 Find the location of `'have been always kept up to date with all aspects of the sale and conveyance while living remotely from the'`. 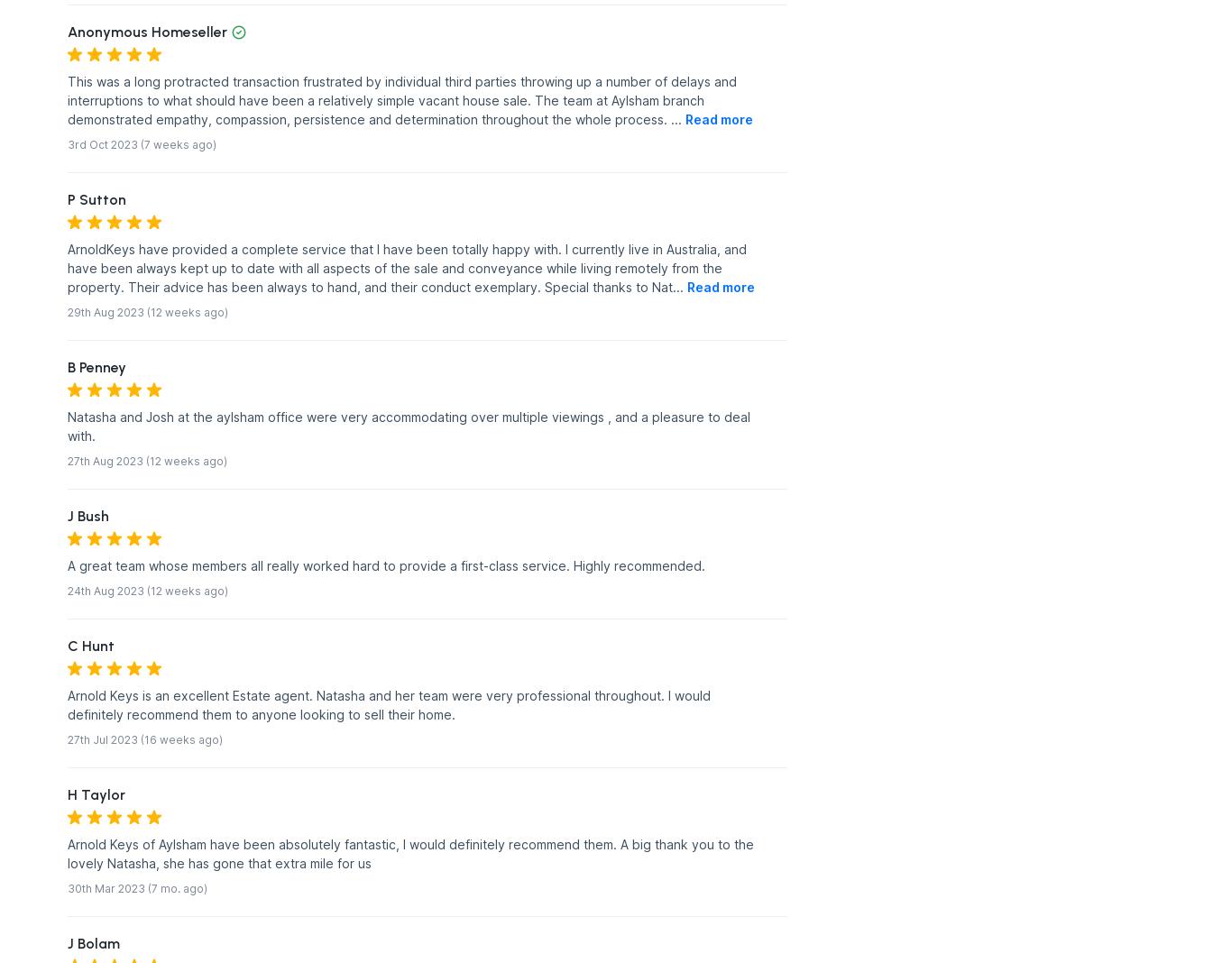

'have been always kept up to date with all aspects of the sale and conveyance while living remotely from the' is located at coordinates (393, 267).